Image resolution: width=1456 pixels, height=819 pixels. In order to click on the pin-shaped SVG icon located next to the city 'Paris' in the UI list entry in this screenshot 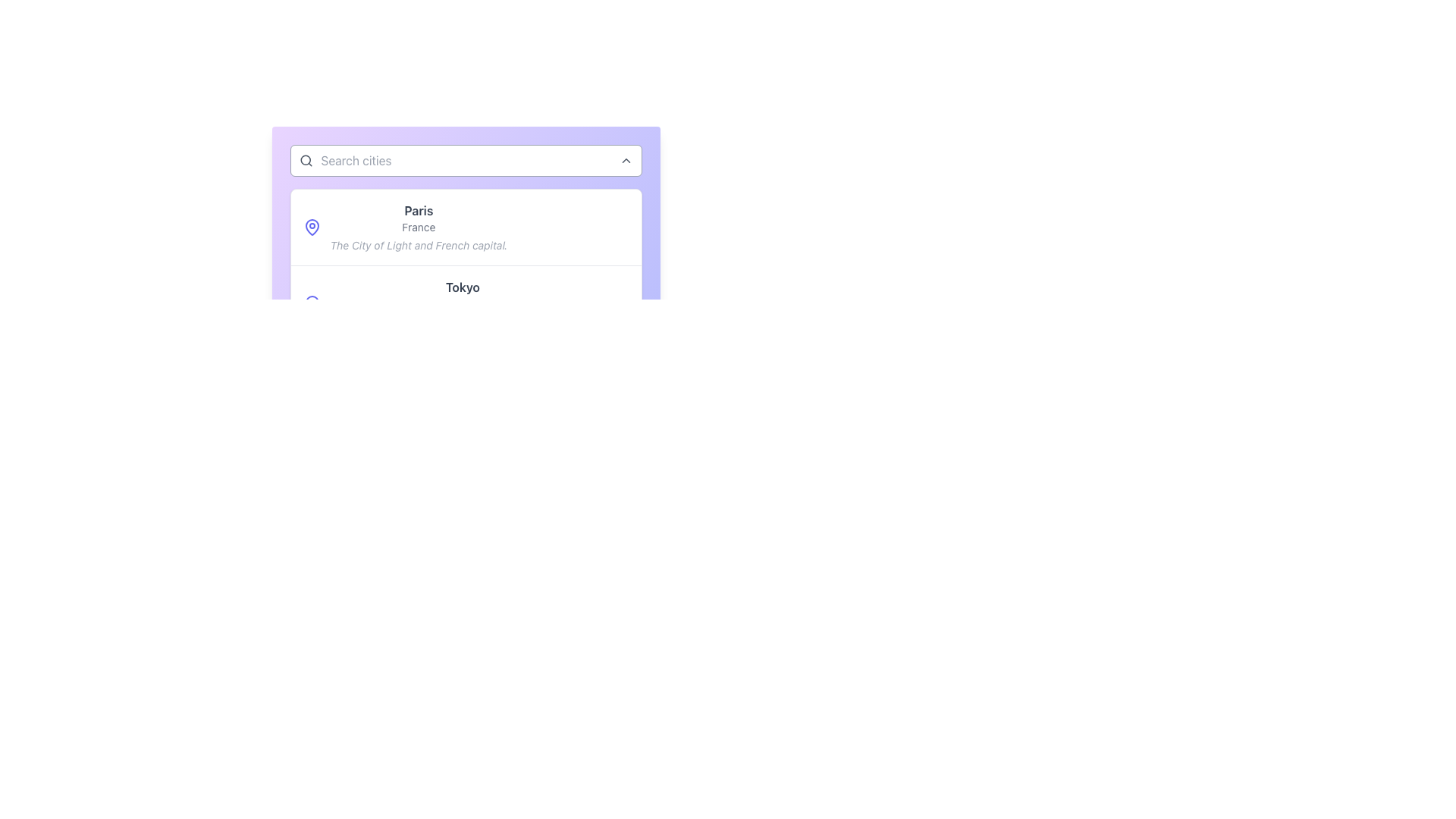, I will do `click(311, 304)`.